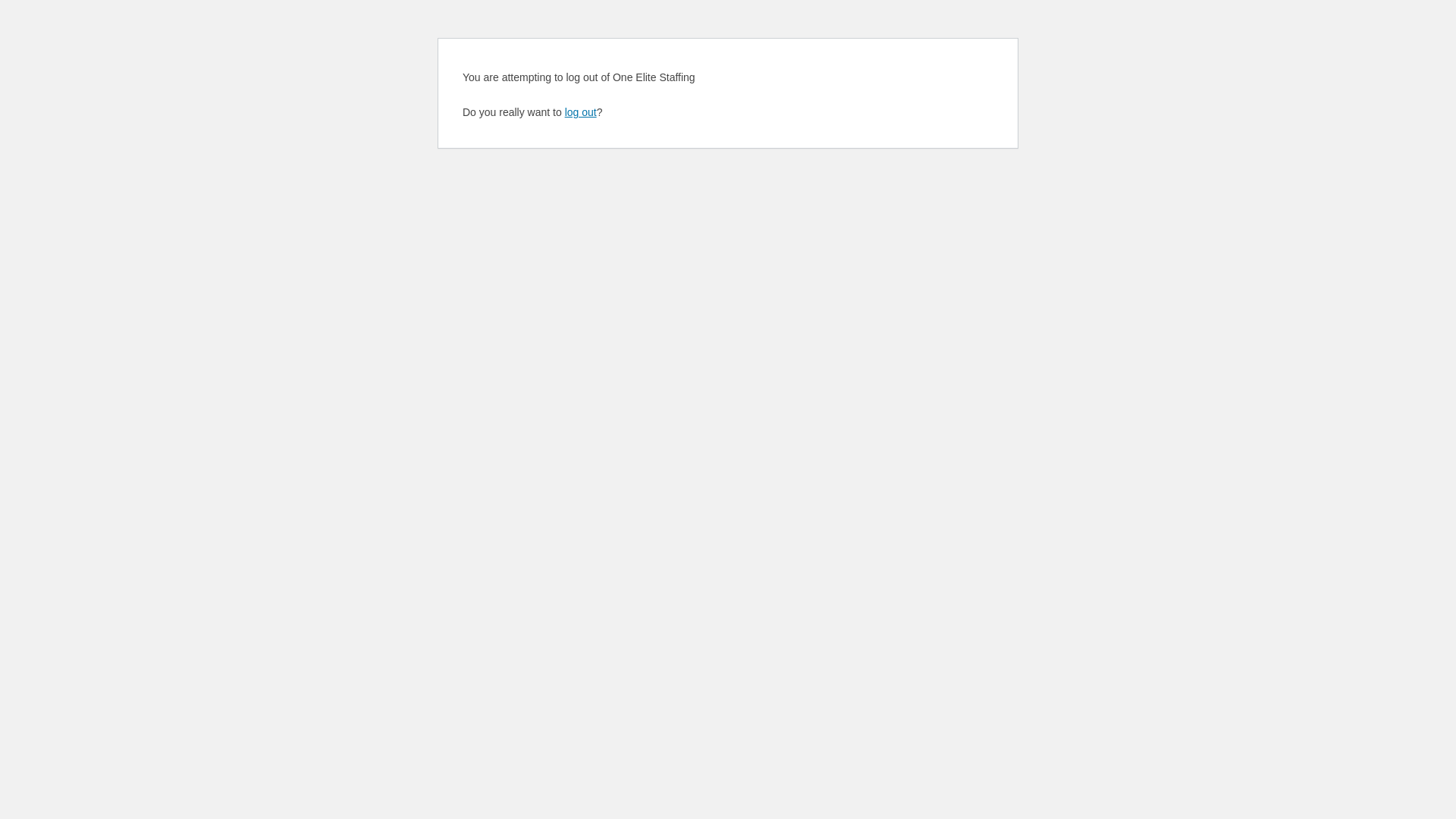  Describe the element at coordinates (580, 111) in the screenshot. I see `'log out'` at that location.